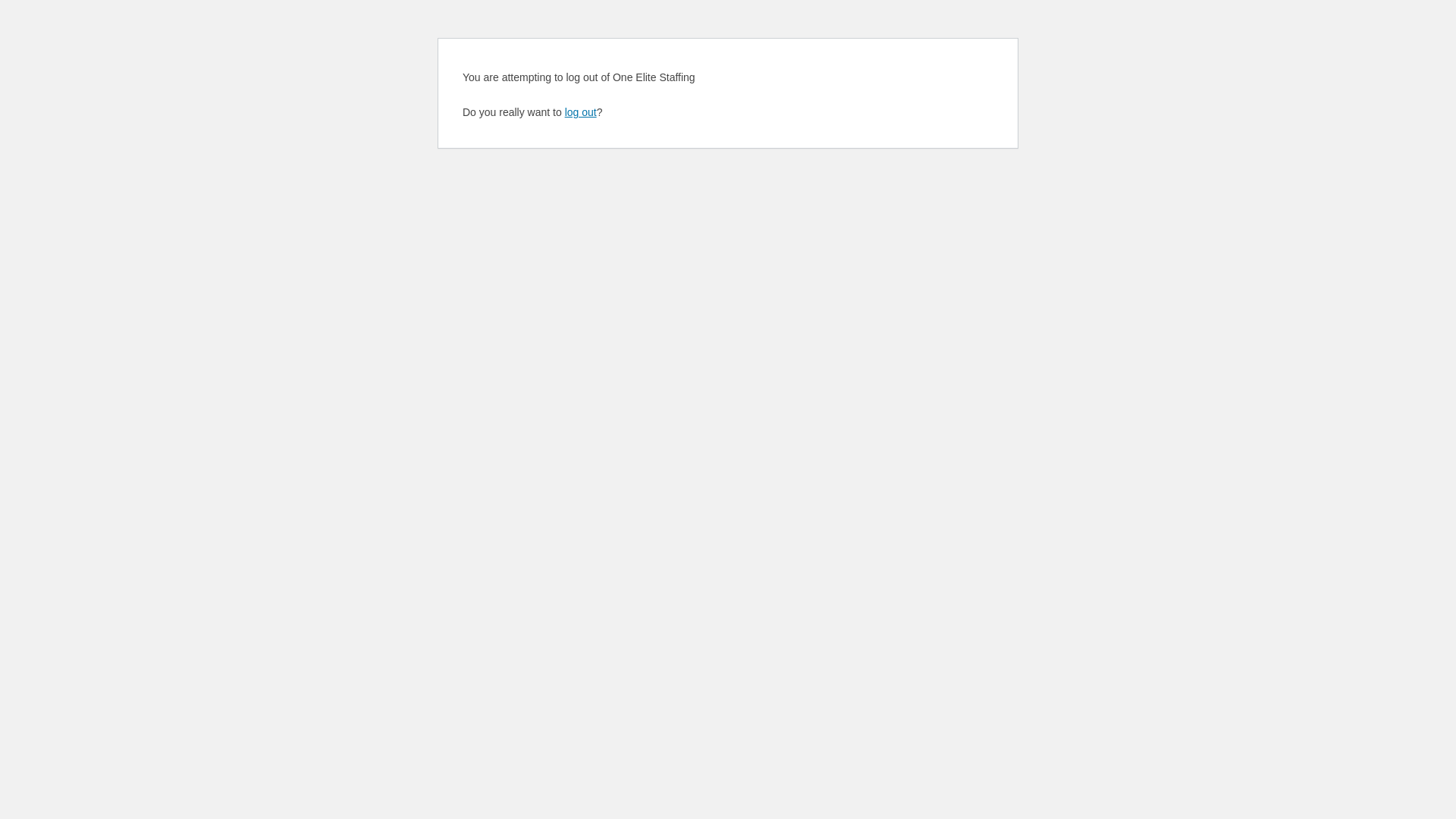  Describe the element at coordinates (580, 111) in the screenshot. I see `'log out'` at that location.